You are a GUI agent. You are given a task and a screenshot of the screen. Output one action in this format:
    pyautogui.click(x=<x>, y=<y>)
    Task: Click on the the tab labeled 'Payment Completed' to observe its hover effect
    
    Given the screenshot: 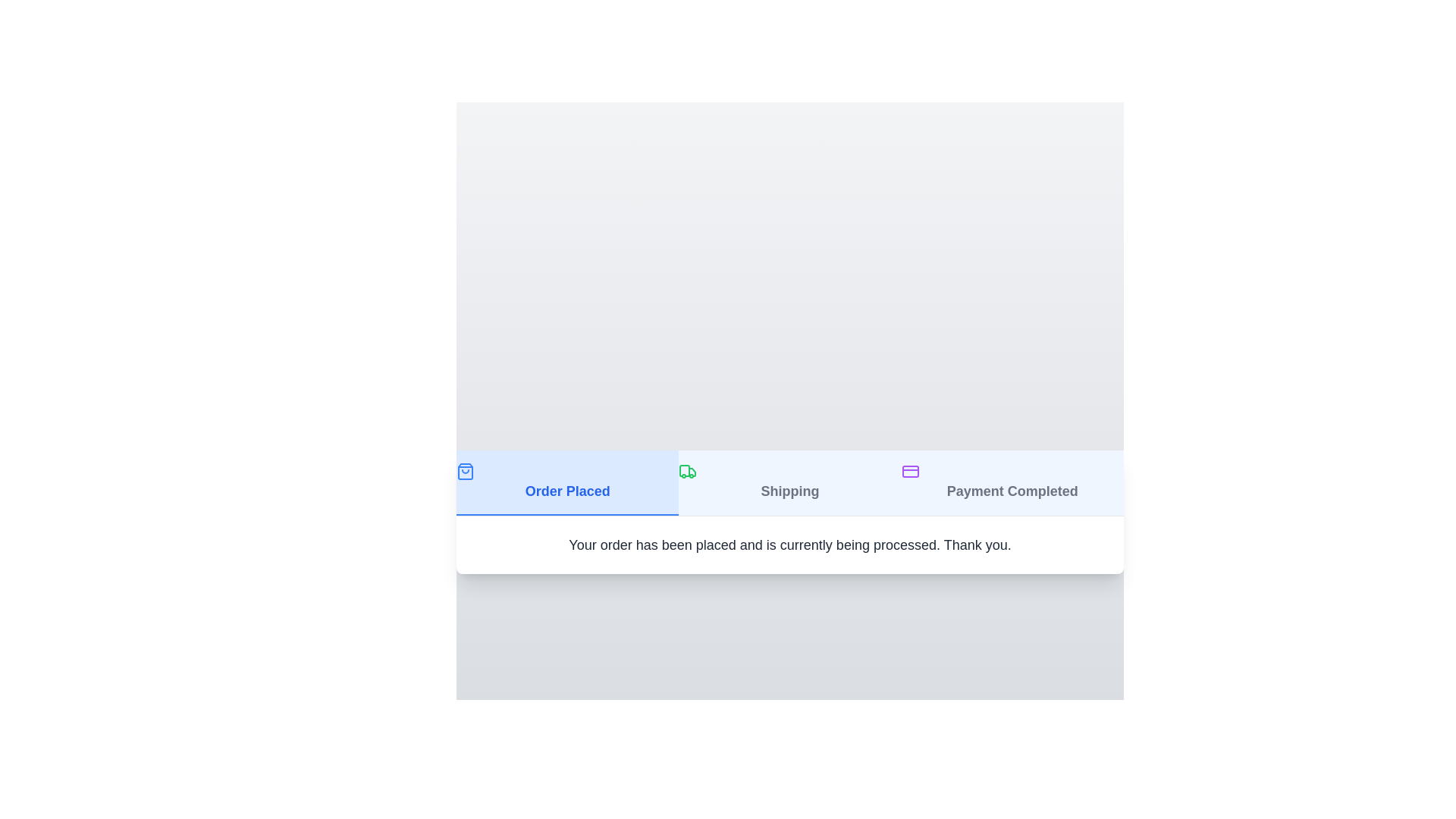 What is the action you would take?
    pyautogui.click(x=1012, y=482)
    